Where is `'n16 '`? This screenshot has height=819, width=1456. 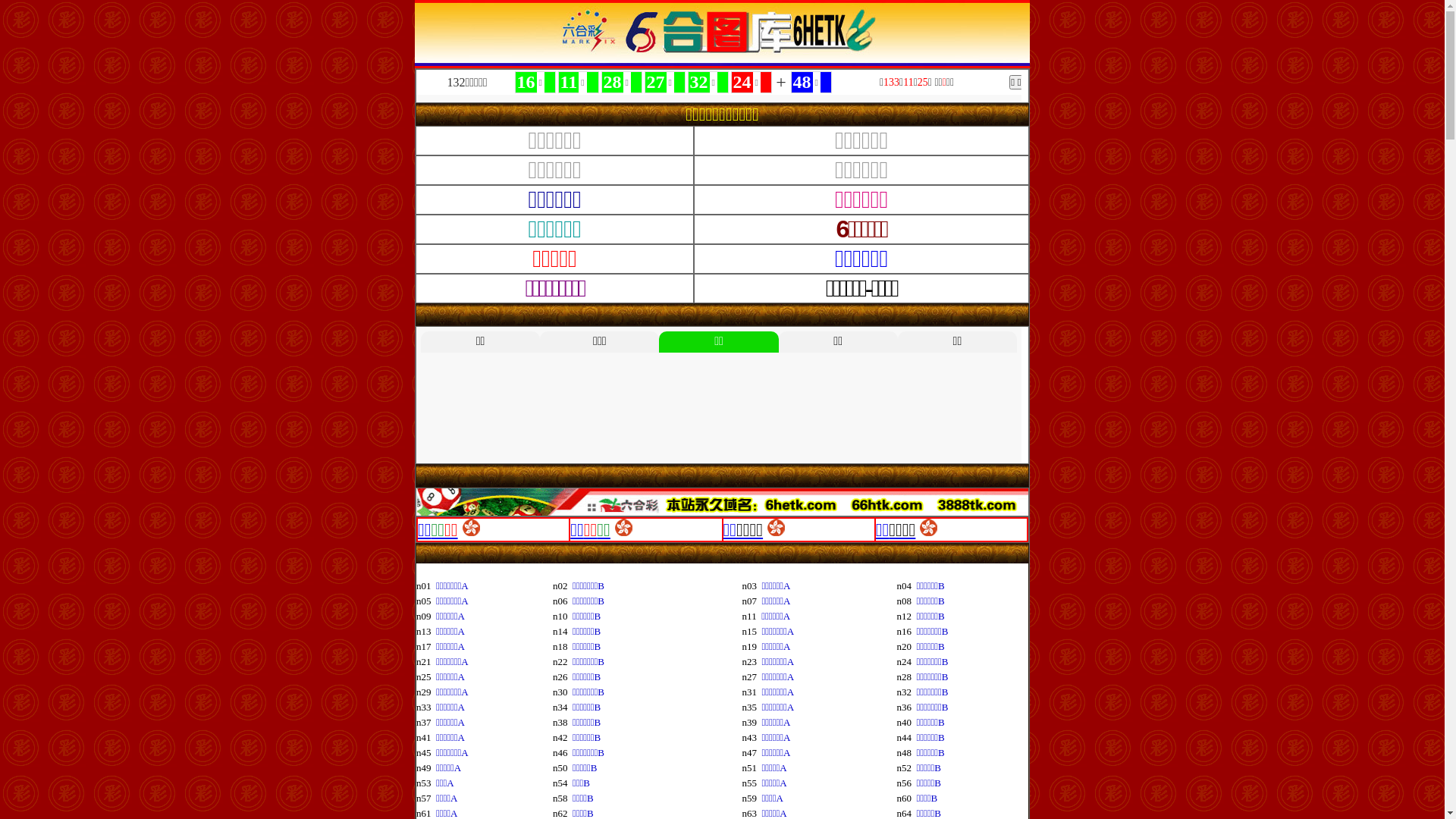 'n16 ' is located at coordinates (906, 631).